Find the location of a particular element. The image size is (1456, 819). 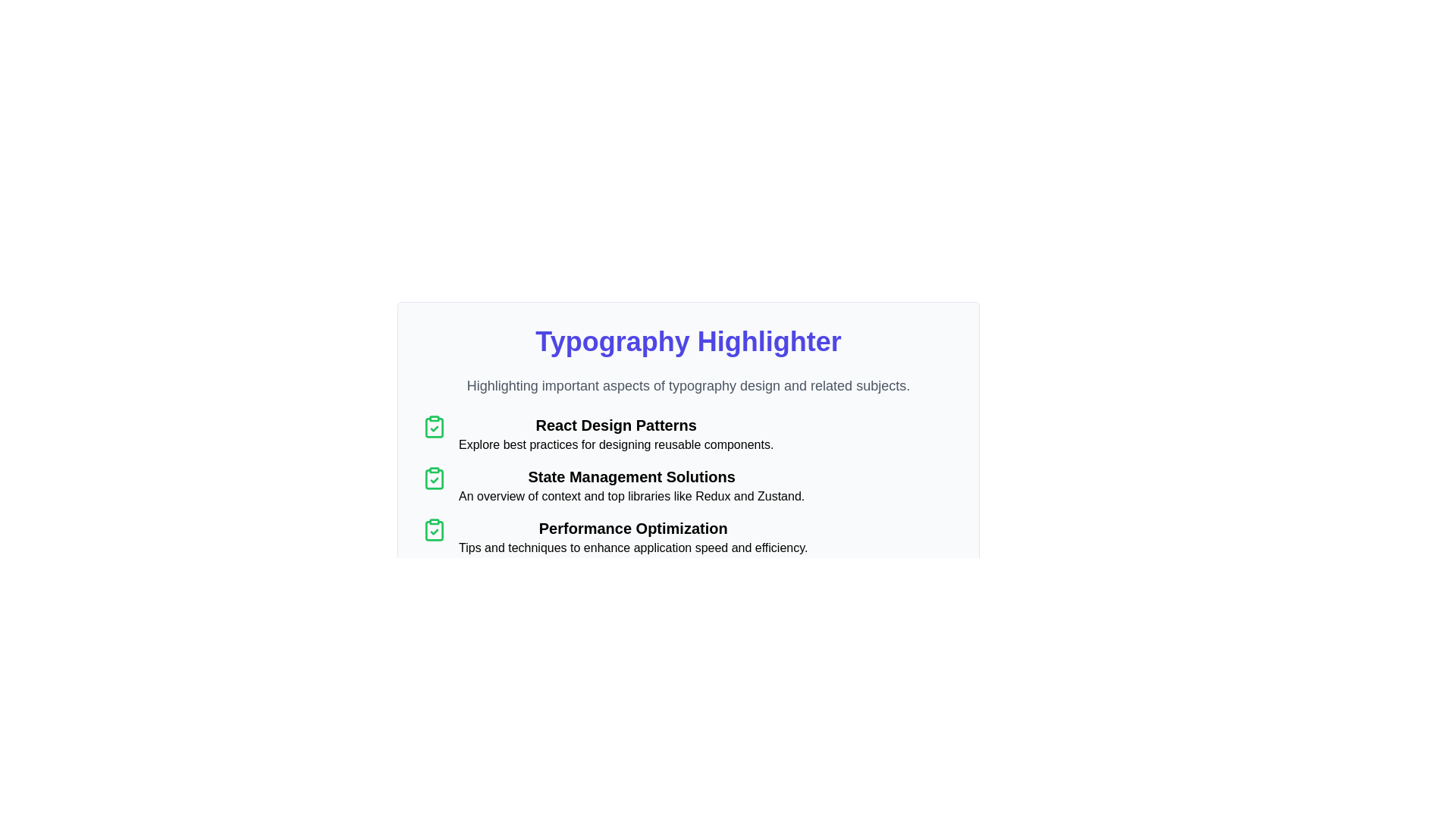

the text element reading 'Tips and techniques to enhance application speed and efficiency.' which is located directly below the heading 'Performance Optimization.' is located at coordinates (633, 548).